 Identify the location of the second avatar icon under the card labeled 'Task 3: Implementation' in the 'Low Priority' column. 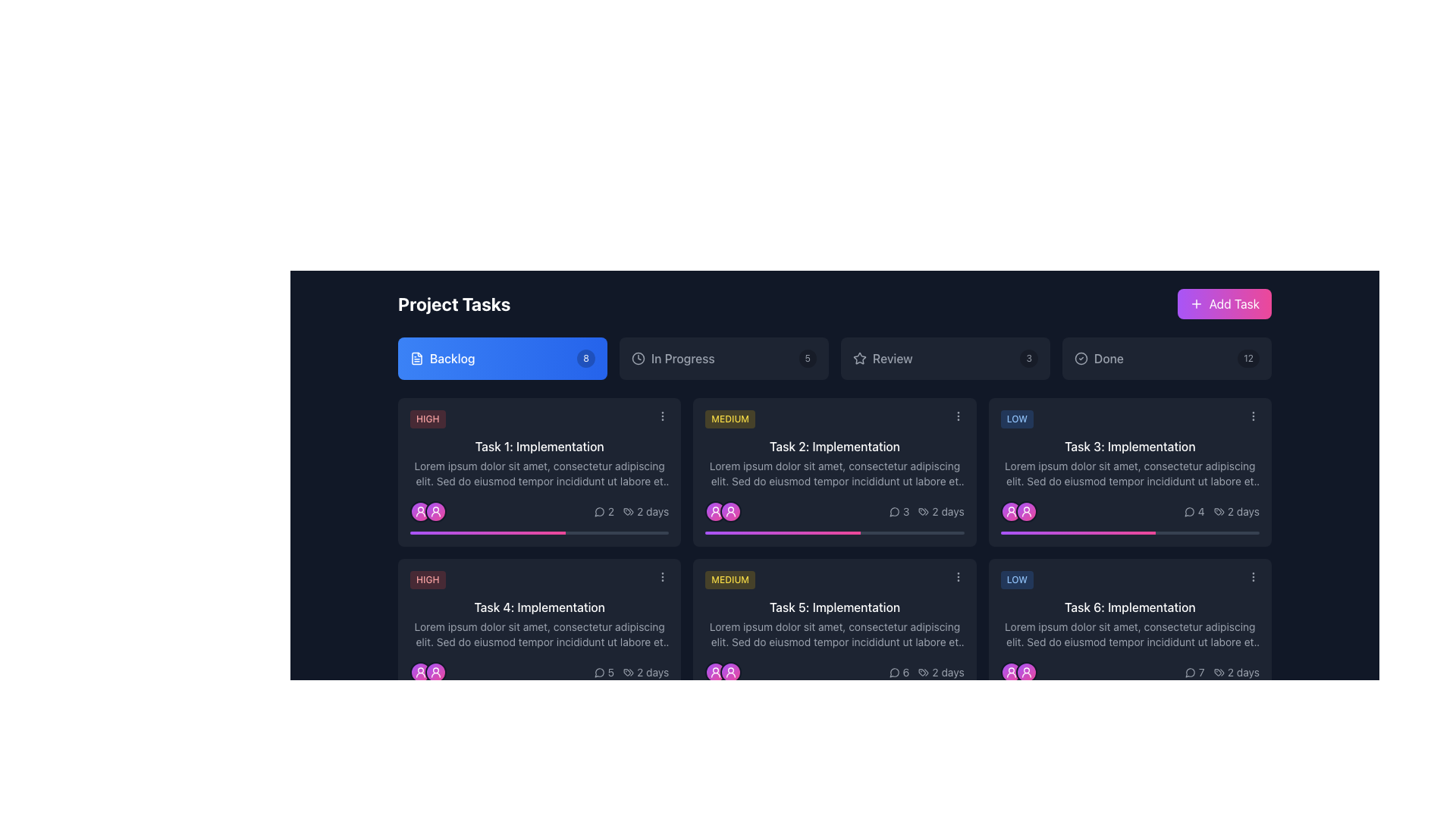
(1026, 512).